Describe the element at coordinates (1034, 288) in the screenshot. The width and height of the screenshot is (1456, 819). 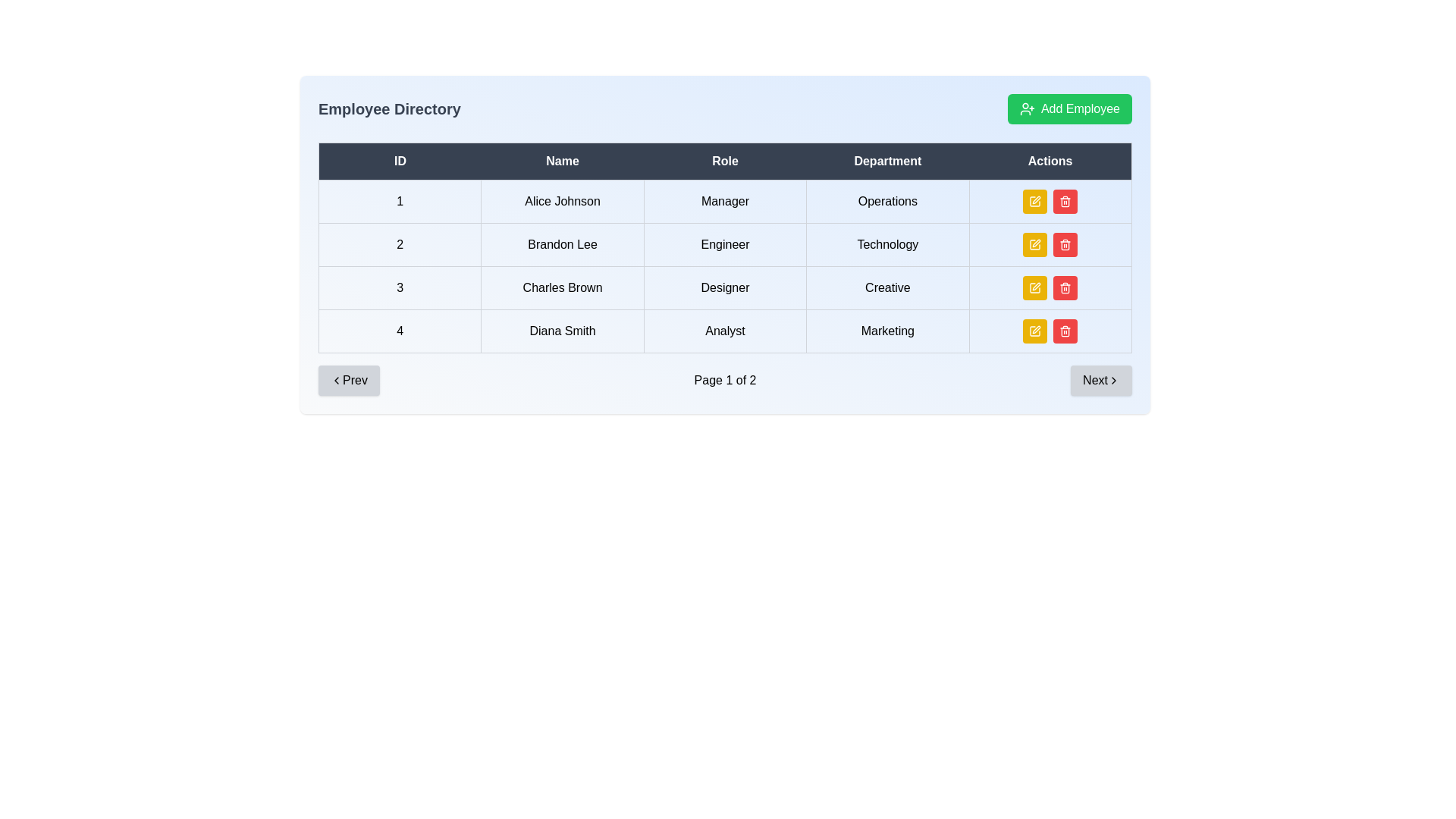
I see `the square icon button with a yellow background and pencil symbol in the Action column of the third row in the Employee Directory table to initiate an edit action` at that location.